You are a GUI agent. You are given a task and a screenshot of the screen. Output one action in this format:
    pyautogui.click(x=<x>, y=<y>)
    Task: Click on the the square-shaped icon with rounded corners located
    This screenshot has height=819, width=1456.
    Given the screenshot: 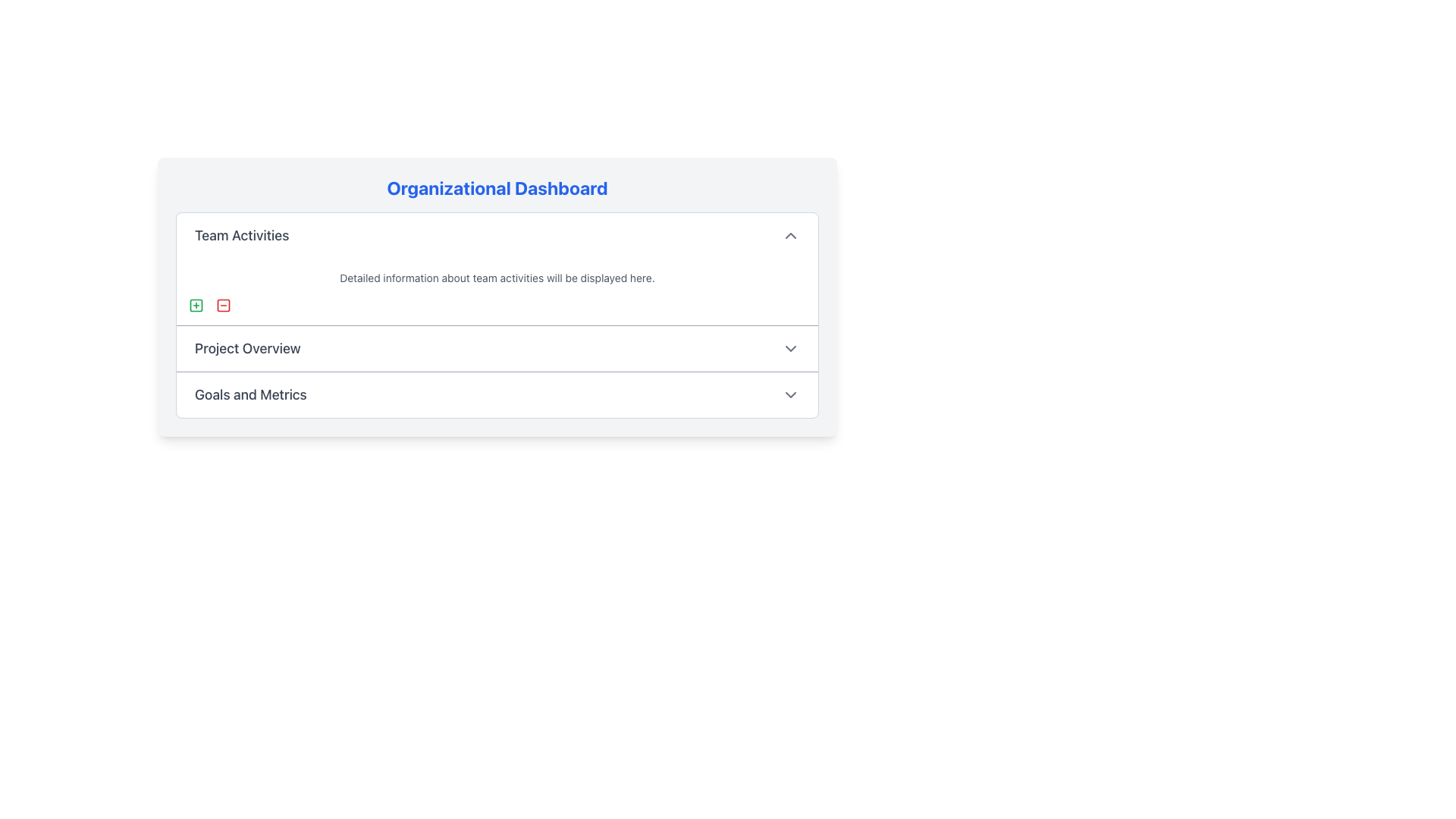 What is the action you would take?
    pyautogui.click(x=196, y=305)
    